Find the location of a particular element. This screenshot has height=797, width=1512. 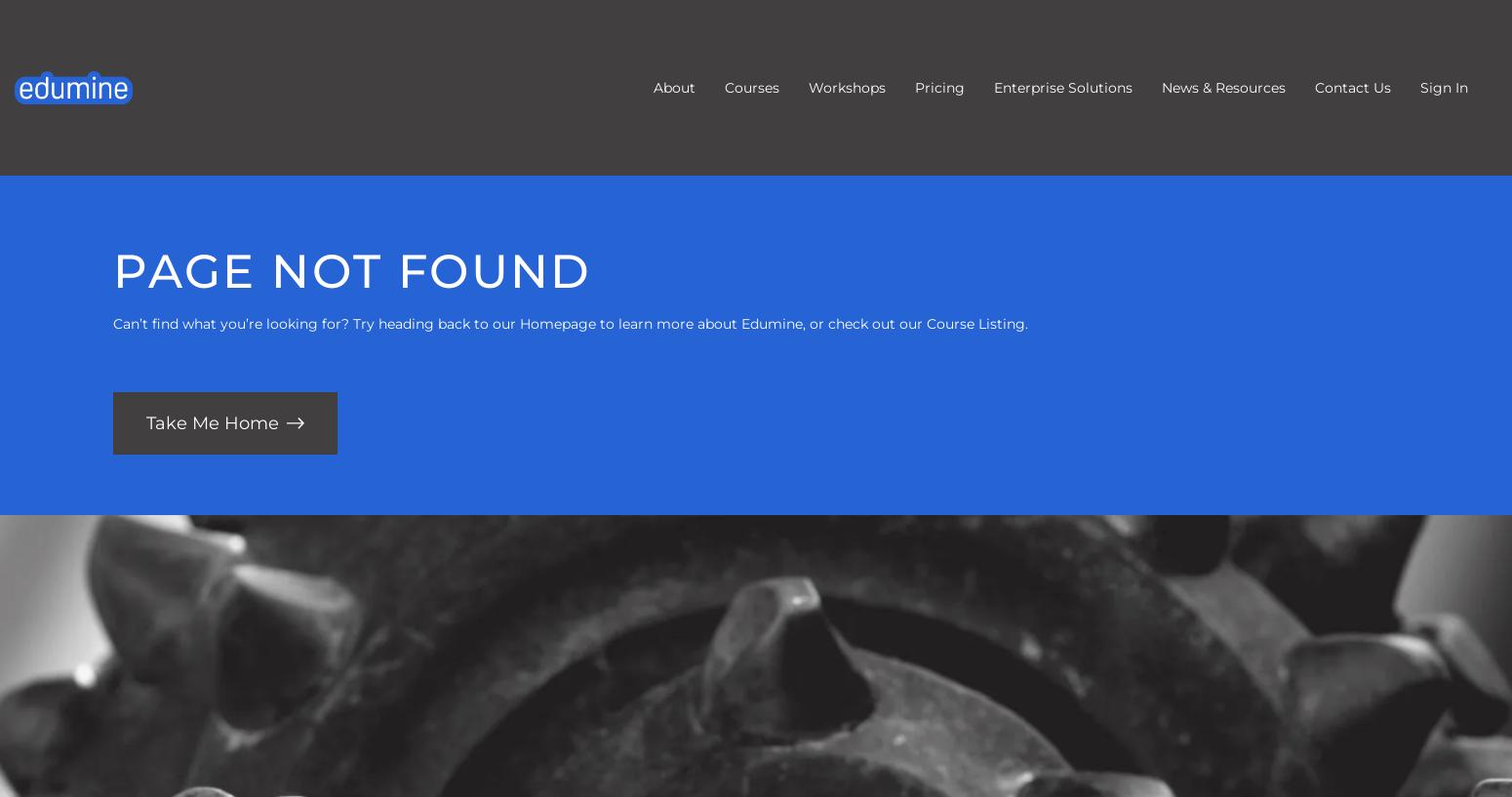

'Can’t find what you’re looking for? Try heading back to our' is located at coordinates (315, 323).